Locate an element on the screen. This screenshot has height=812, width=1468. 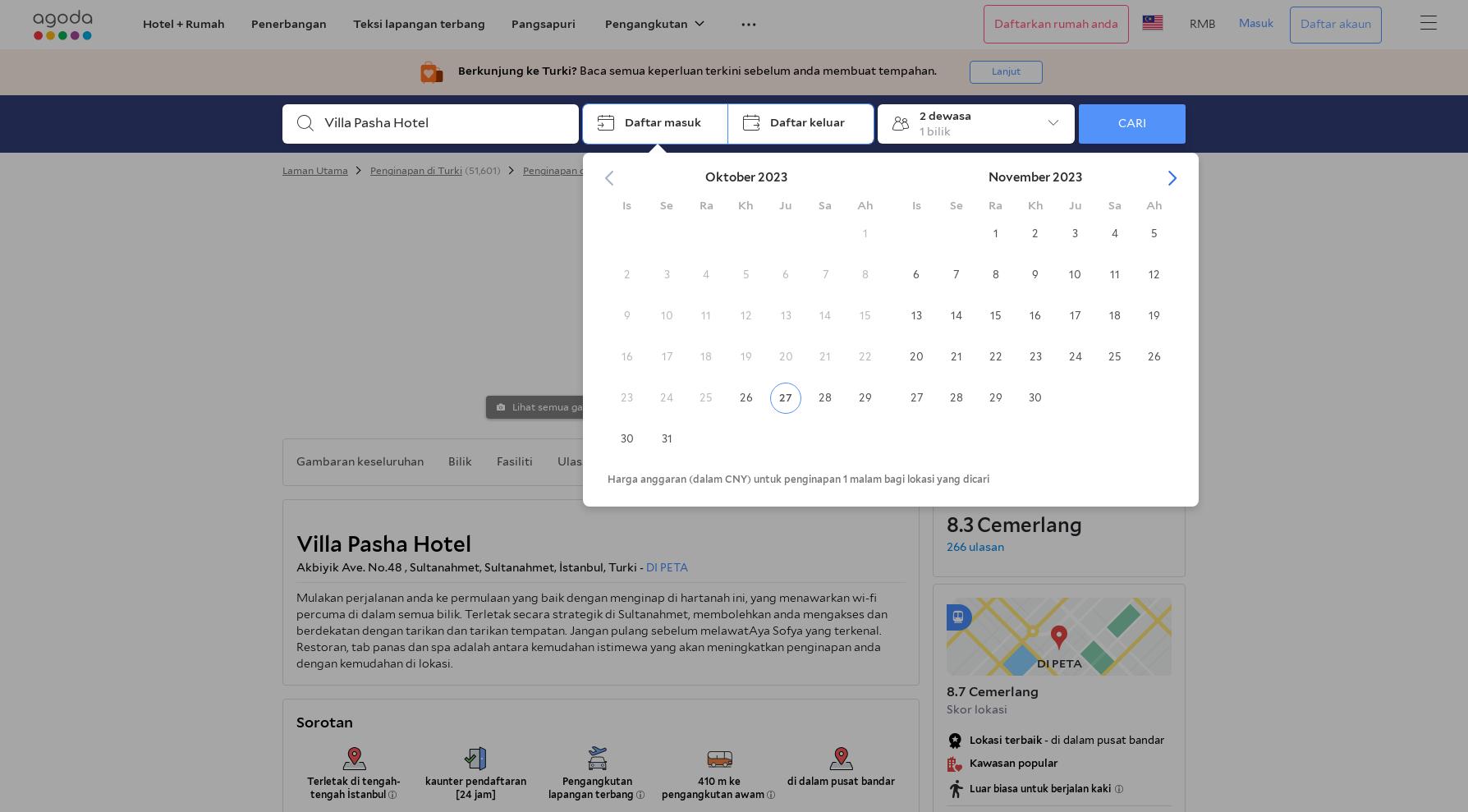
'Ulasan' is located at coordinates (575, 461).